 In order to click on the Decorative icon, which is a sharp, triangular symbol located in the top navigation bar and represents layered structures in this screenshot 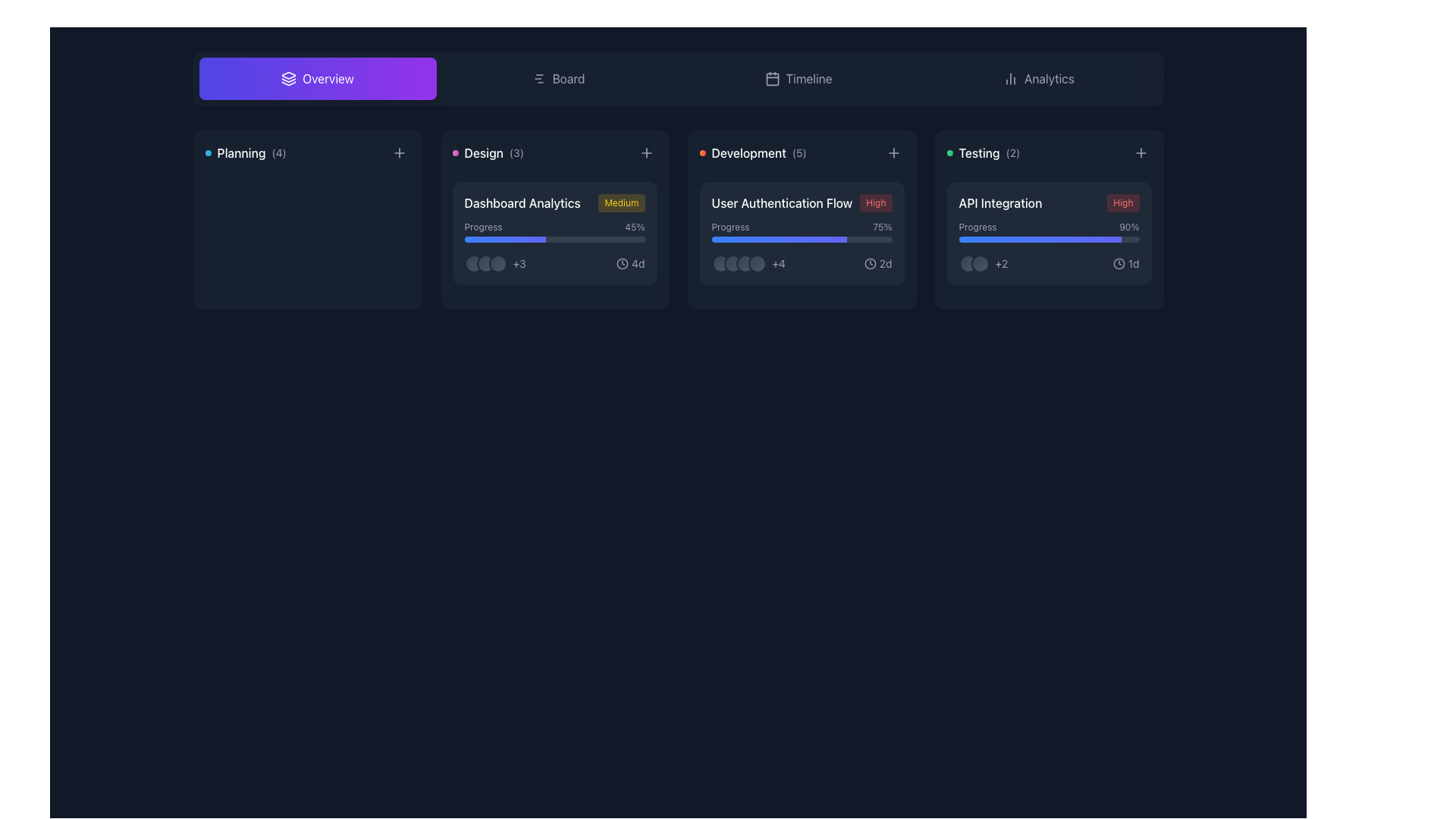, I will do `click(289, 75)`.